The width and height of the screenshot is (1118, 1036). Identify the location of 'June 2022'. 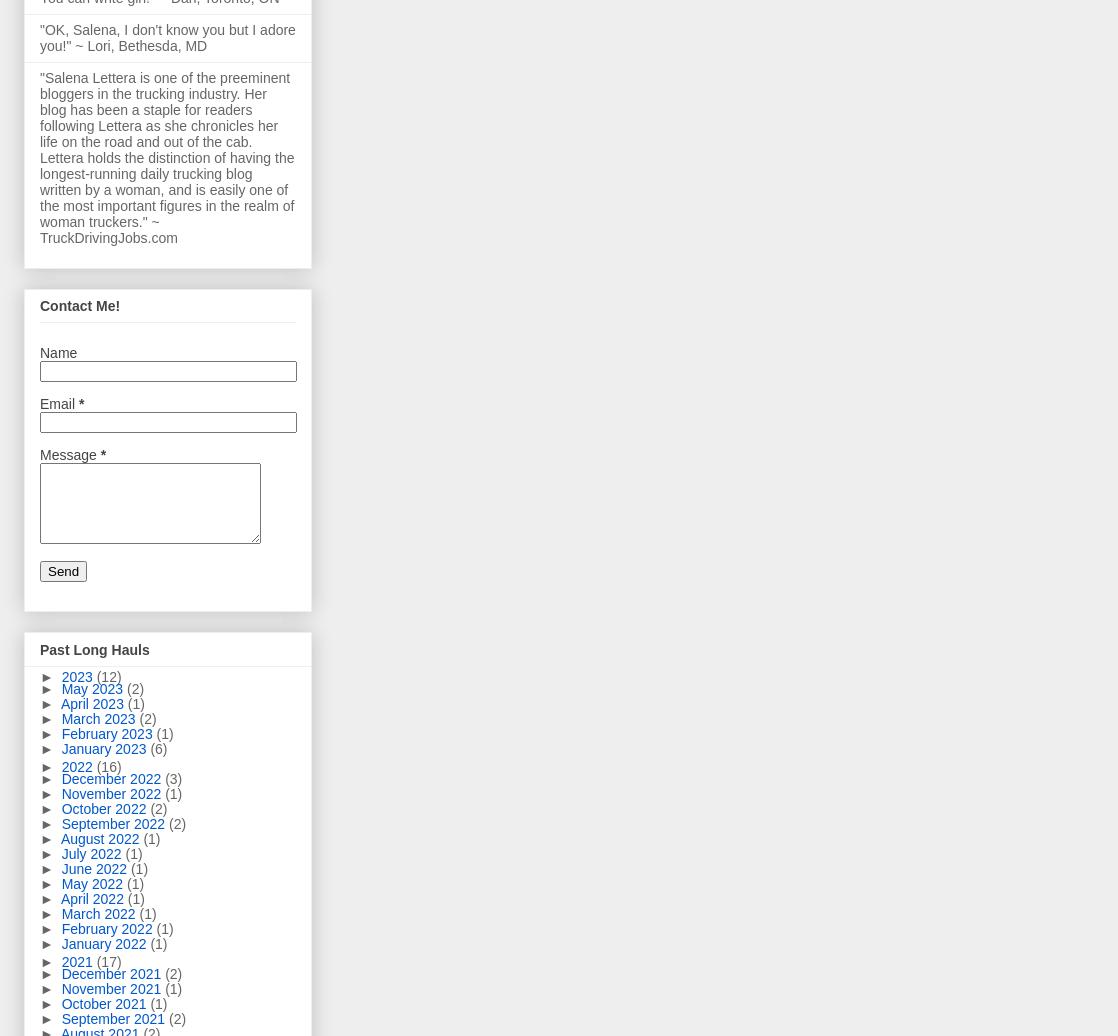
(95, 867).